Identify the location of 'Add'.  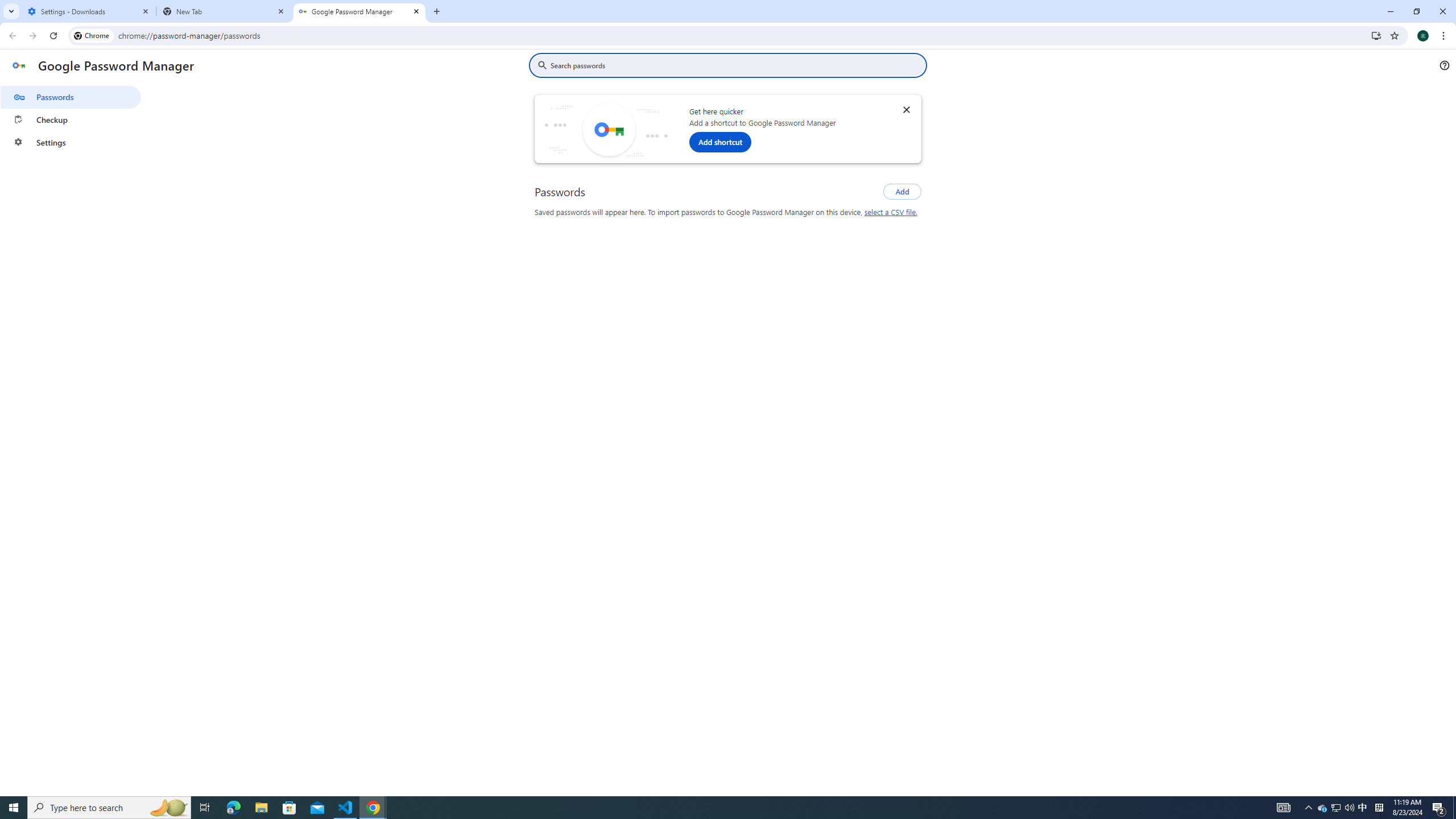
(902, 191).